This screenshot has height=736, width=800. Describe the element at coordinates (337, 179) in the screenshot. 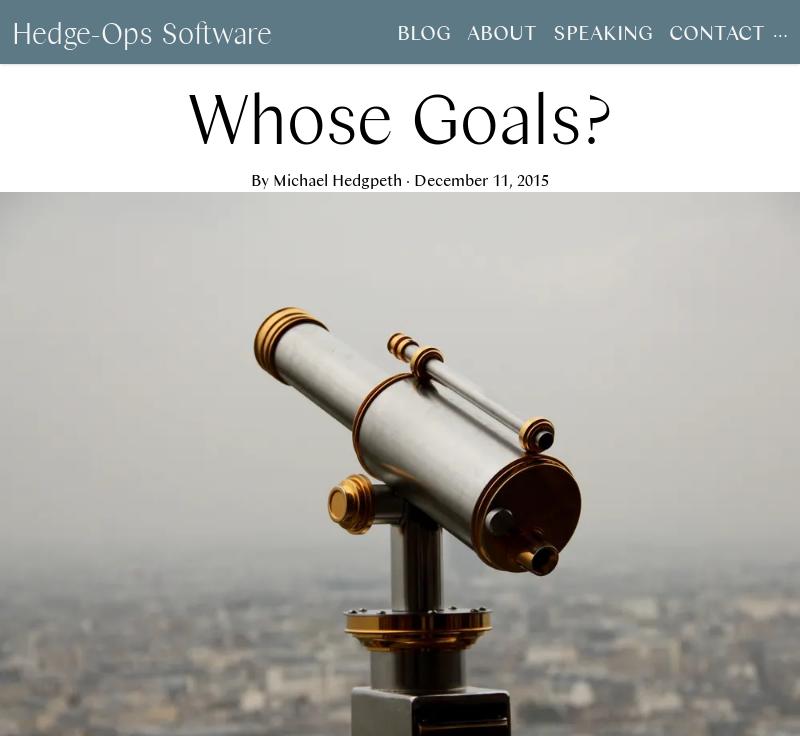

I see `'Michael Hedgpeth'` at that location.